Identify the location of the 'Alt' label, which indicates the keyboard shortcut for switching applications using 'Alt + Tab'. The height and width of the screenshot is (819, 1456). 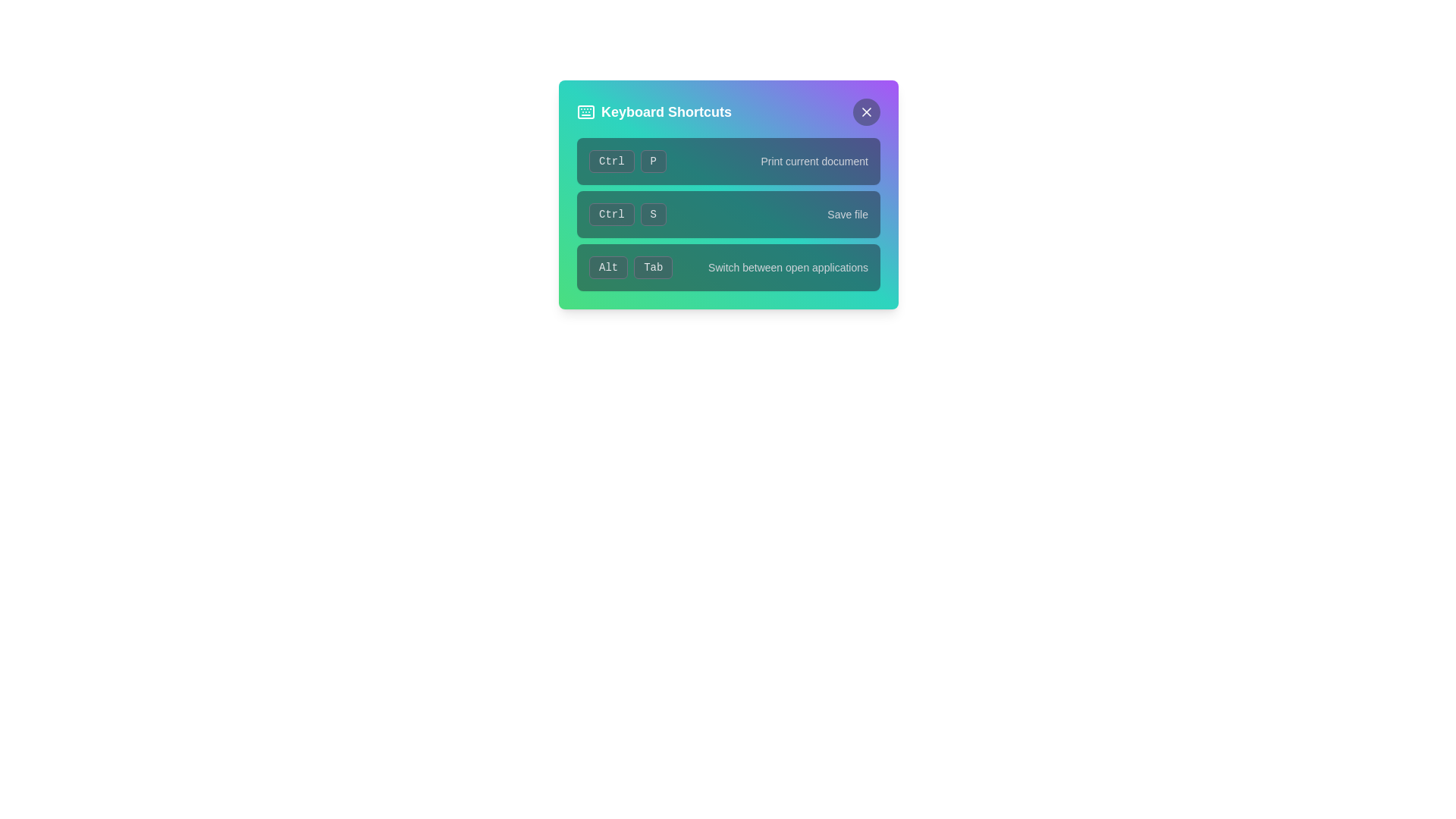
(608, 267).